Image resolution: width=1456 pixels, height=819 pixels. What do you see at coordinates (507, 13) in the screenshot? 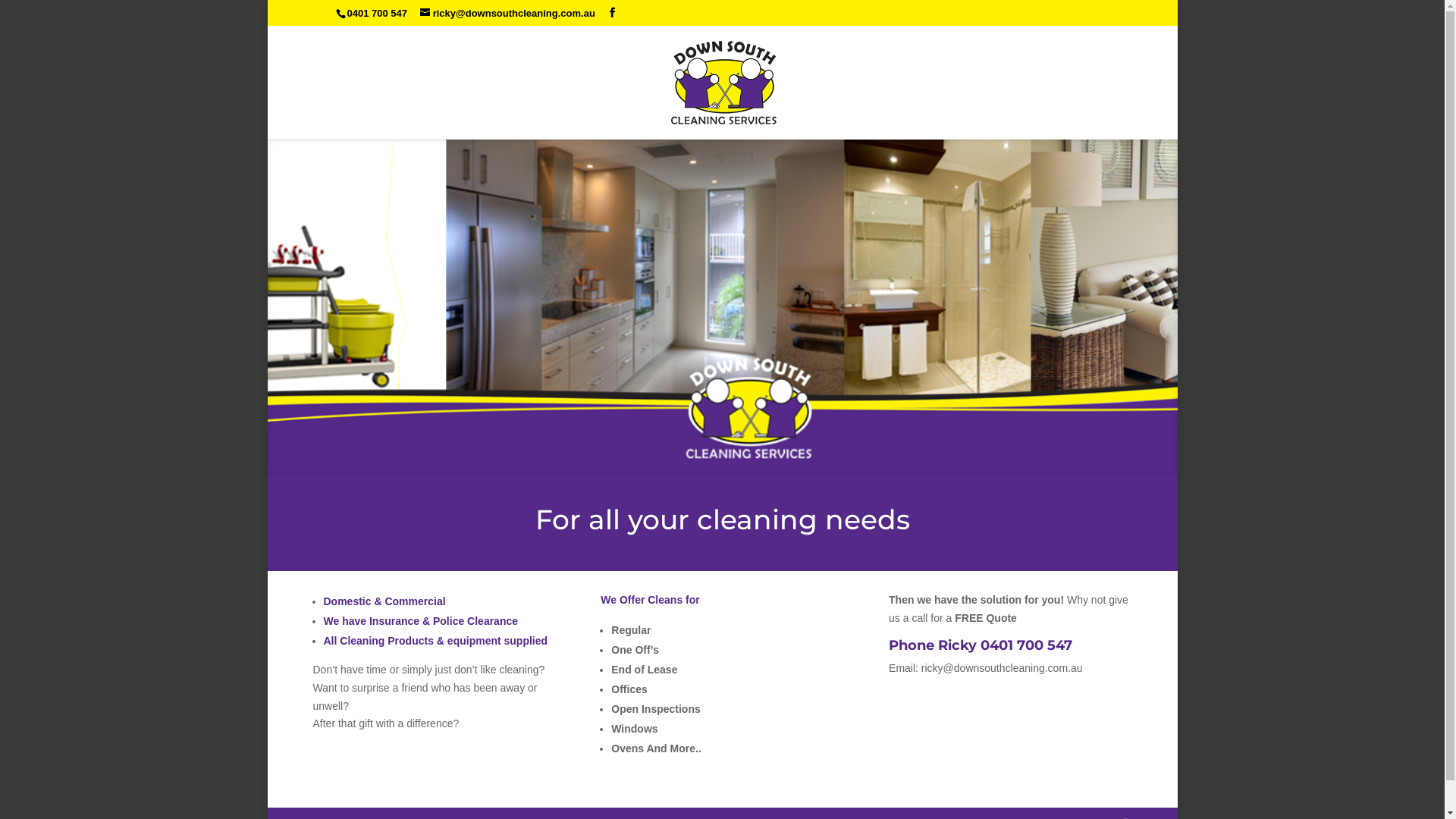
I see `'ricky@downsouthcleaning.com.au'` at bounding box center [507, 13].